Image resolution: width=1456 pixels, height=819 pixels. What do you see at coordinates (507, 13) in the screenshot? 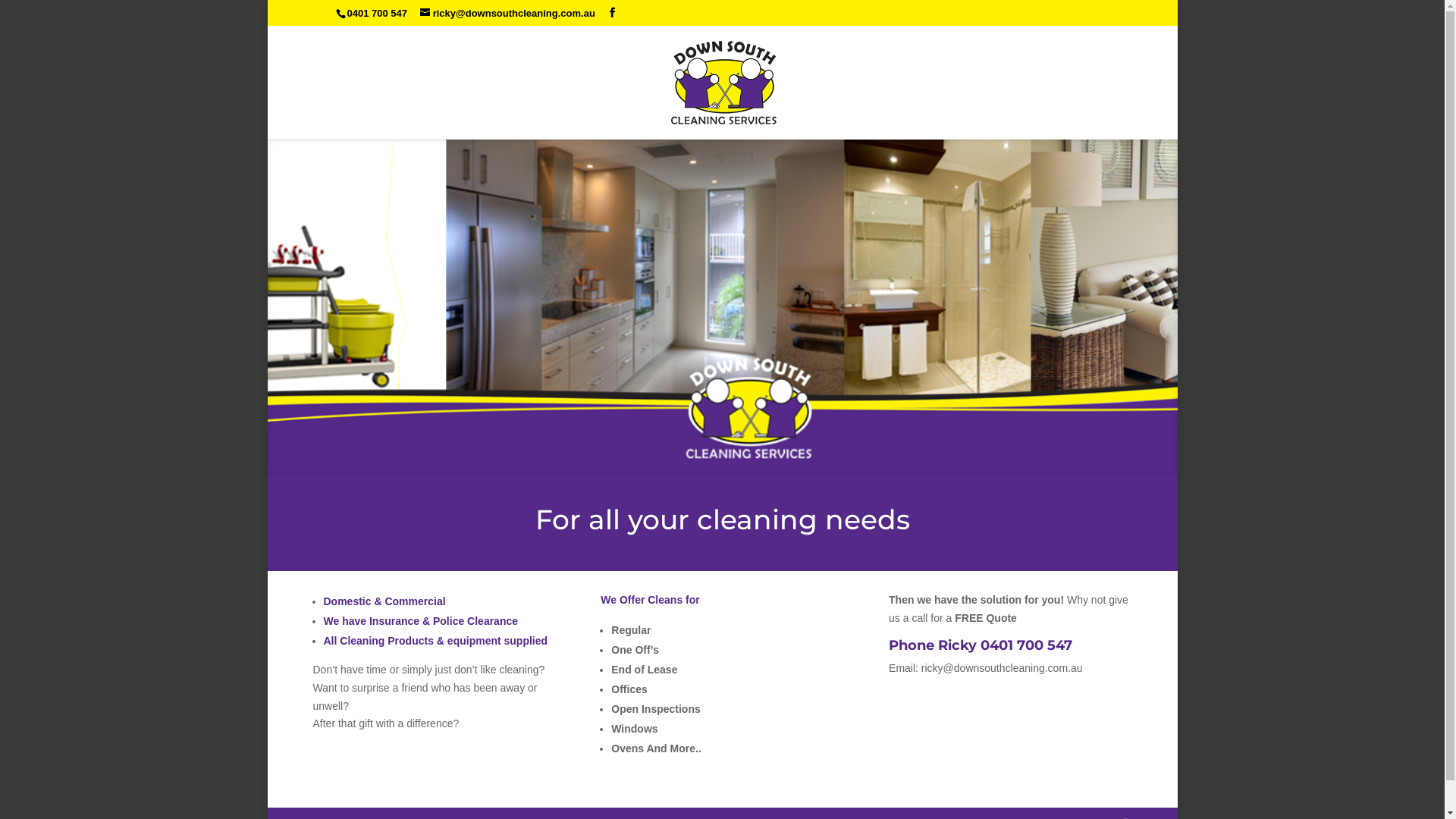
I see `'ricky@downsouthcleaning.com.au'` at bounding box center [507, 13].